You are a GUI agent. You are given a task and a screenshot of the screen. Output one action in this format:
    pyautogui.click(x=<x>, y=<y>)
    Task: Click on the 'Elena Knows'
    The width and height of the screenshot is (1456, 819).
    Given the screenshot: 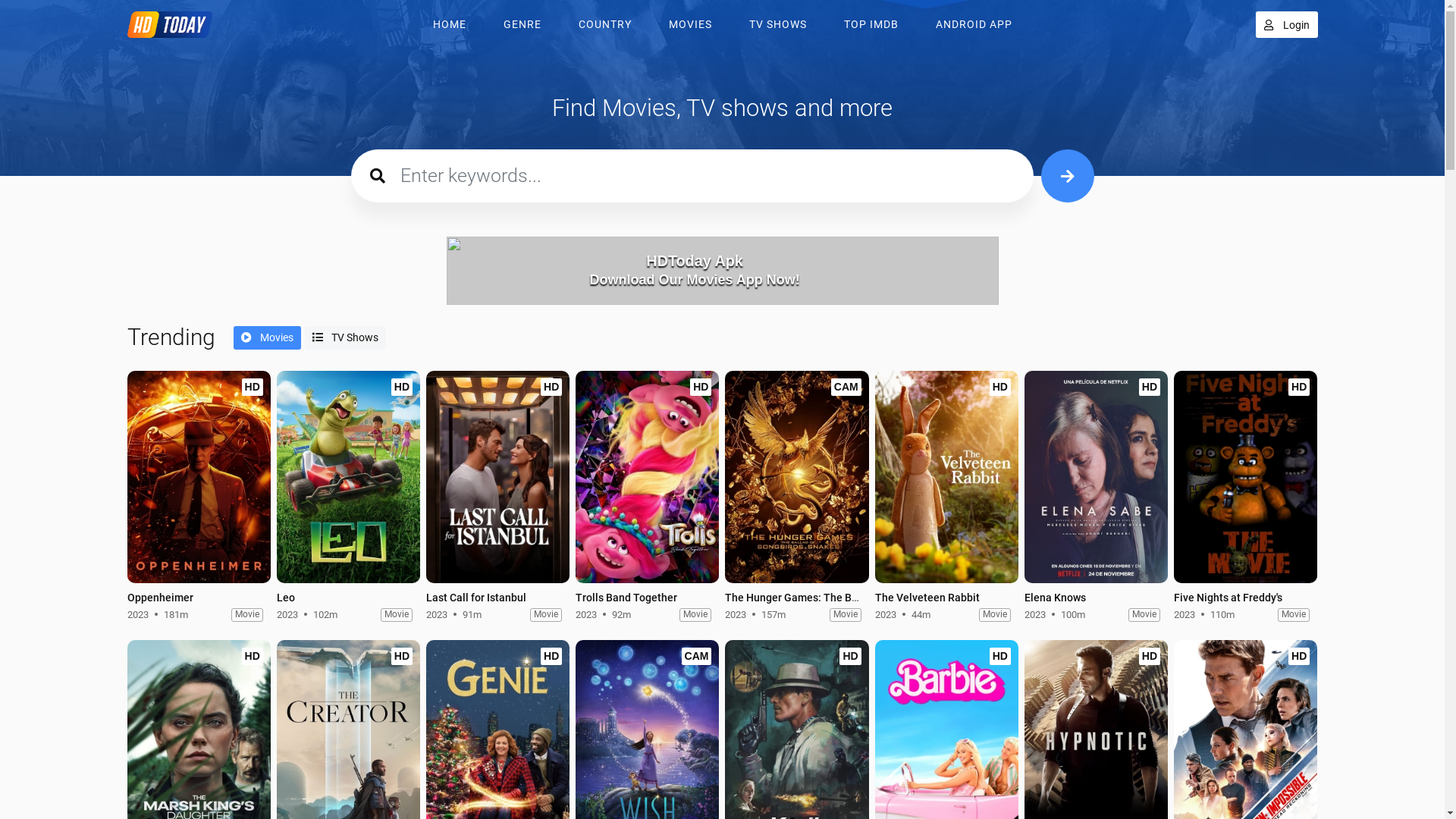 What is the action you would take?
    pyautogui.click(x=1096, y=475)
    